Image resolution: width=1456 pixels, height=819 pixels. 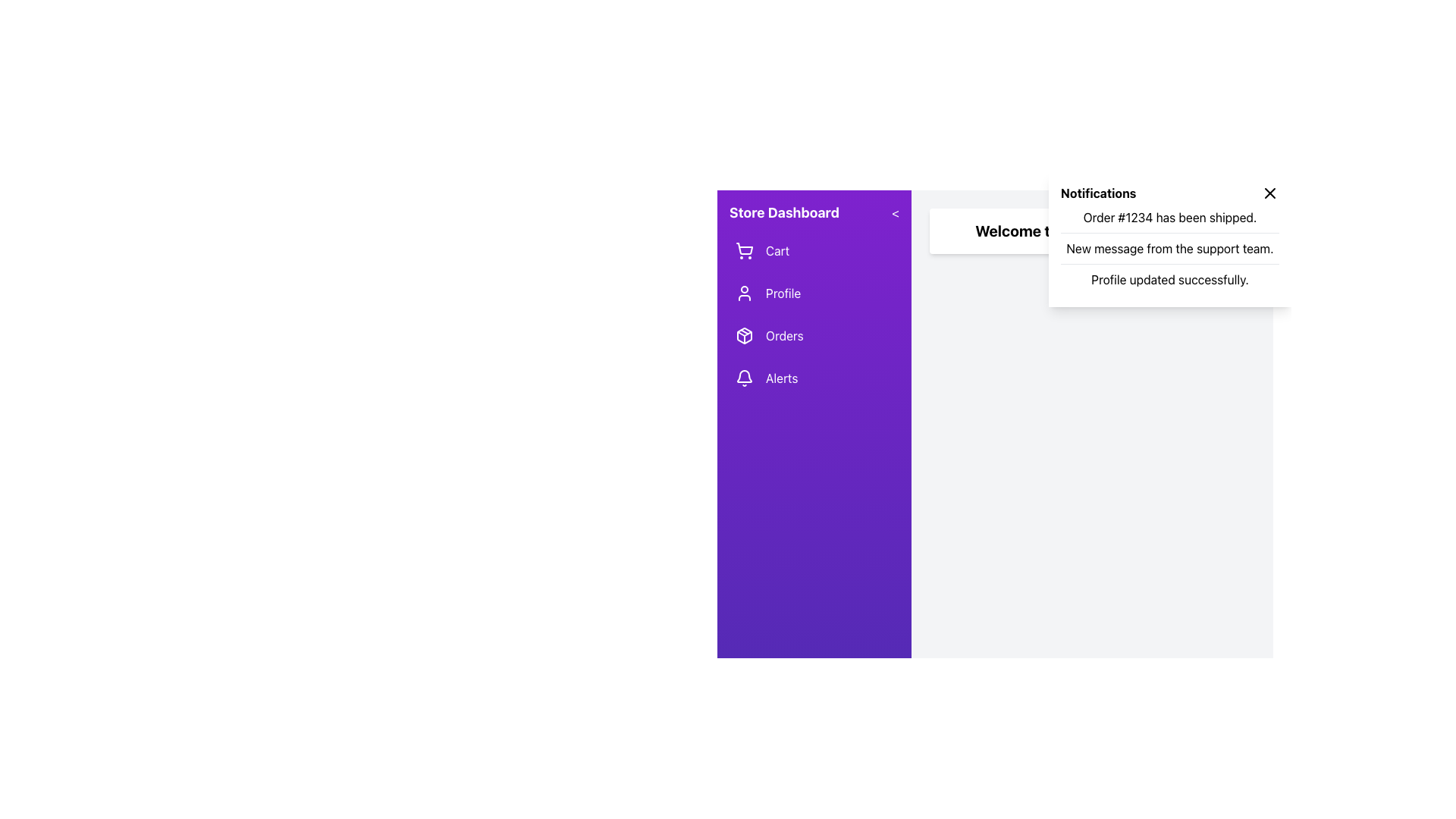 I want to click on text displayed as 'New message from the support team.' located in the notifications section of the UI, so click(x=1169, y=247).